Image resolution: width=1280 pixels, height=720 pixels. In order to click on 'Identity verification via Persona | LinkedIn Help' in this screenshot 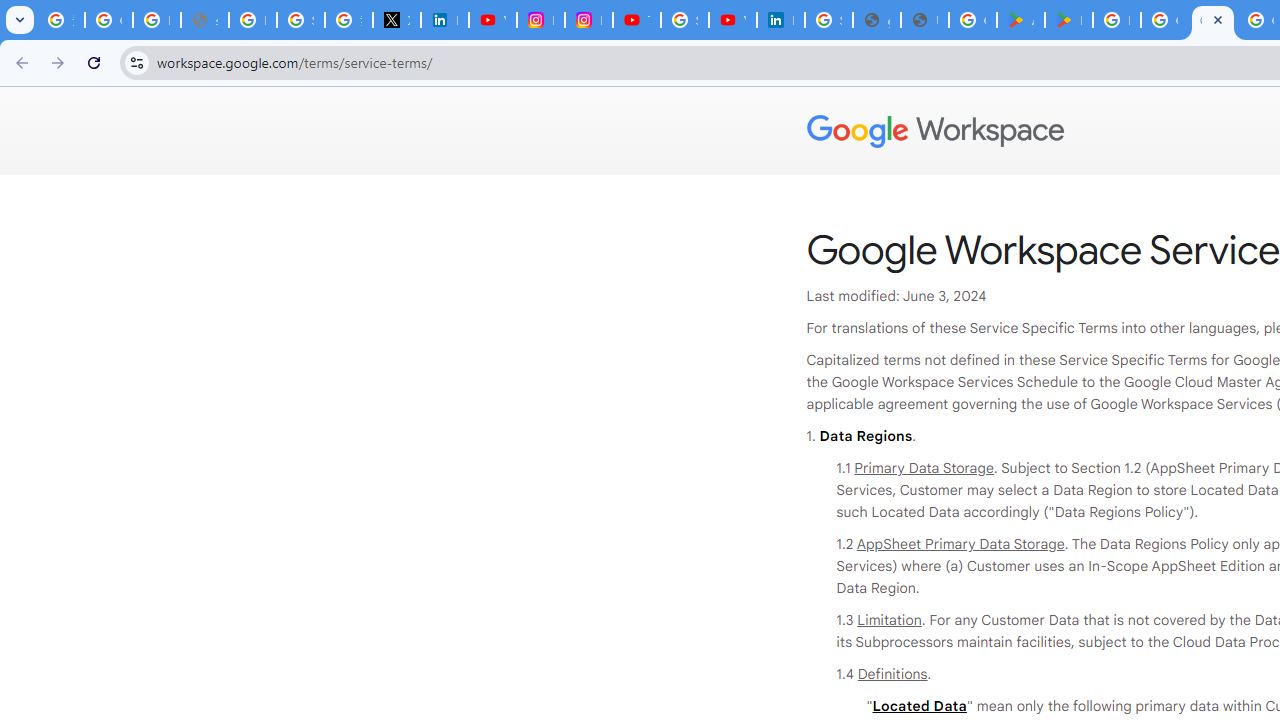, I will do `click(779, 20)`.